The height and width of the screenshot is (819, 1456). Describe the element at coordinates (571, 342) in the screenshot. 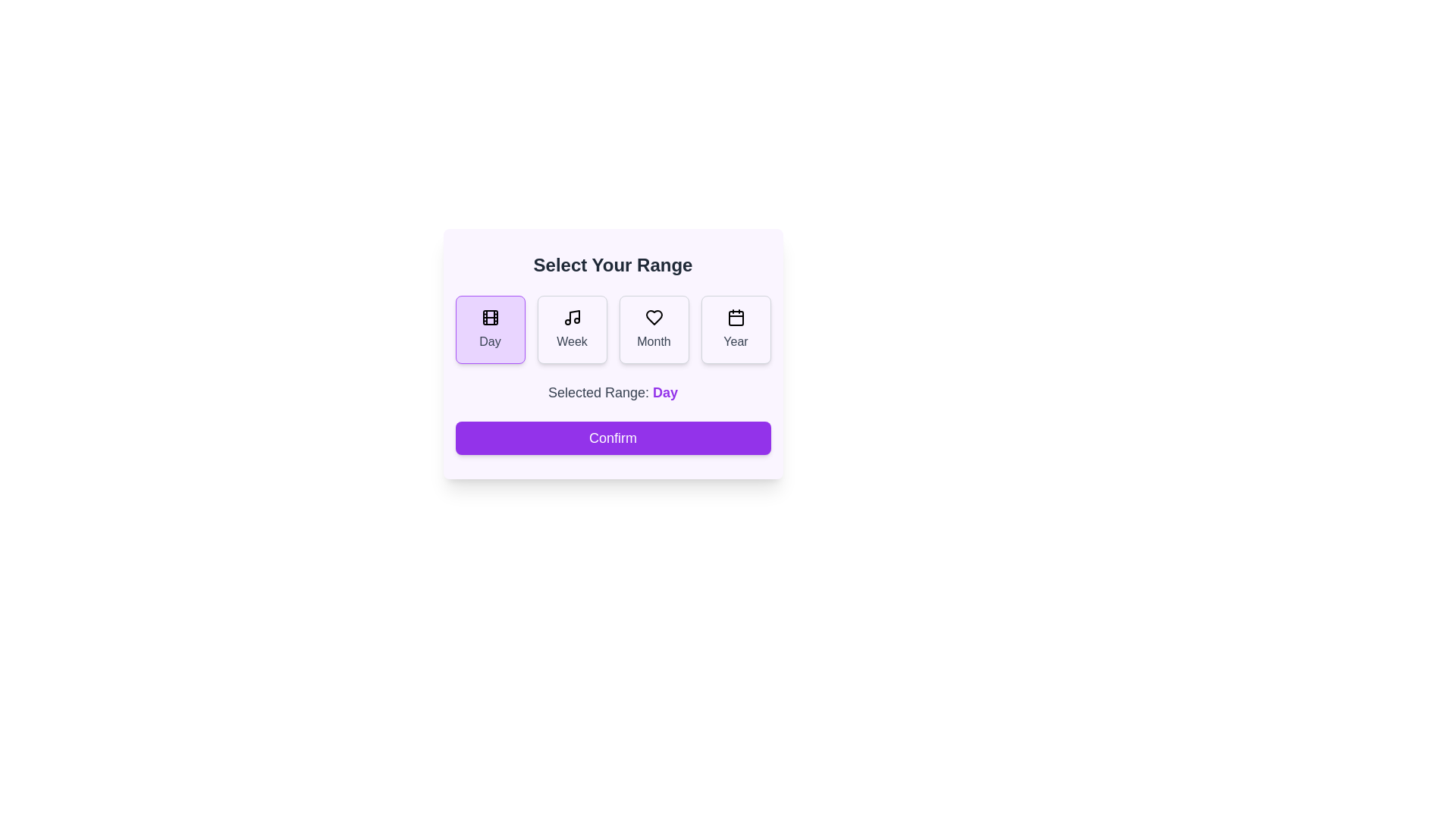

I see `the text content of the 'Week' label in the range selection interface, which is located between the 'Day' and 'Month' options` at that location.